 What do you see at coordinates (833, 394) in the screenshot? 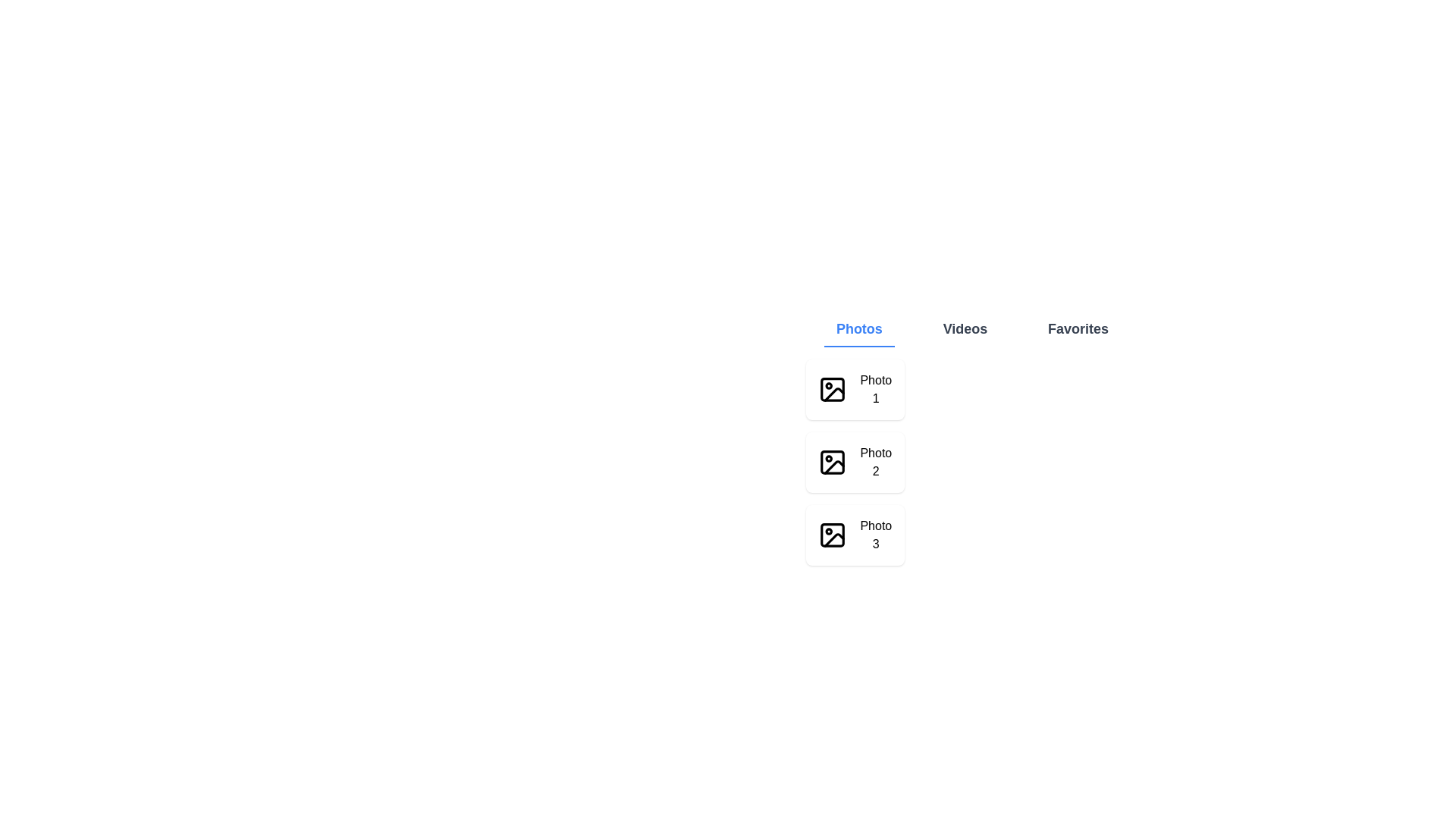
I see `the graphical icon area to the left of the 'Photo 1' label in the first item of the 'Photos' list` at bounding box center [833, 394].